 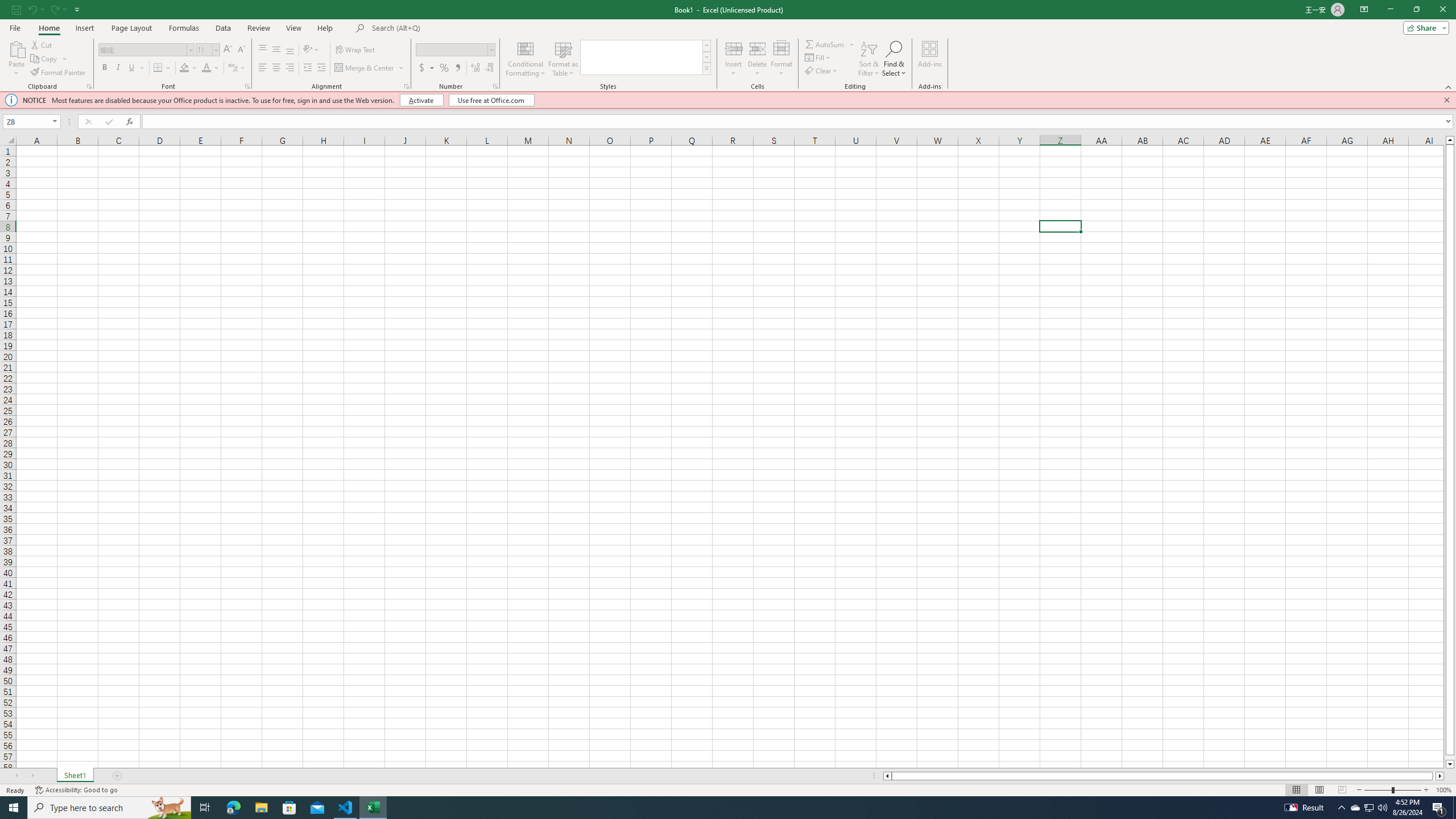 What do you see at coordinates (262, 67) in the screenshot?
I see `'Align Left'` at bounding box center [262, 67].